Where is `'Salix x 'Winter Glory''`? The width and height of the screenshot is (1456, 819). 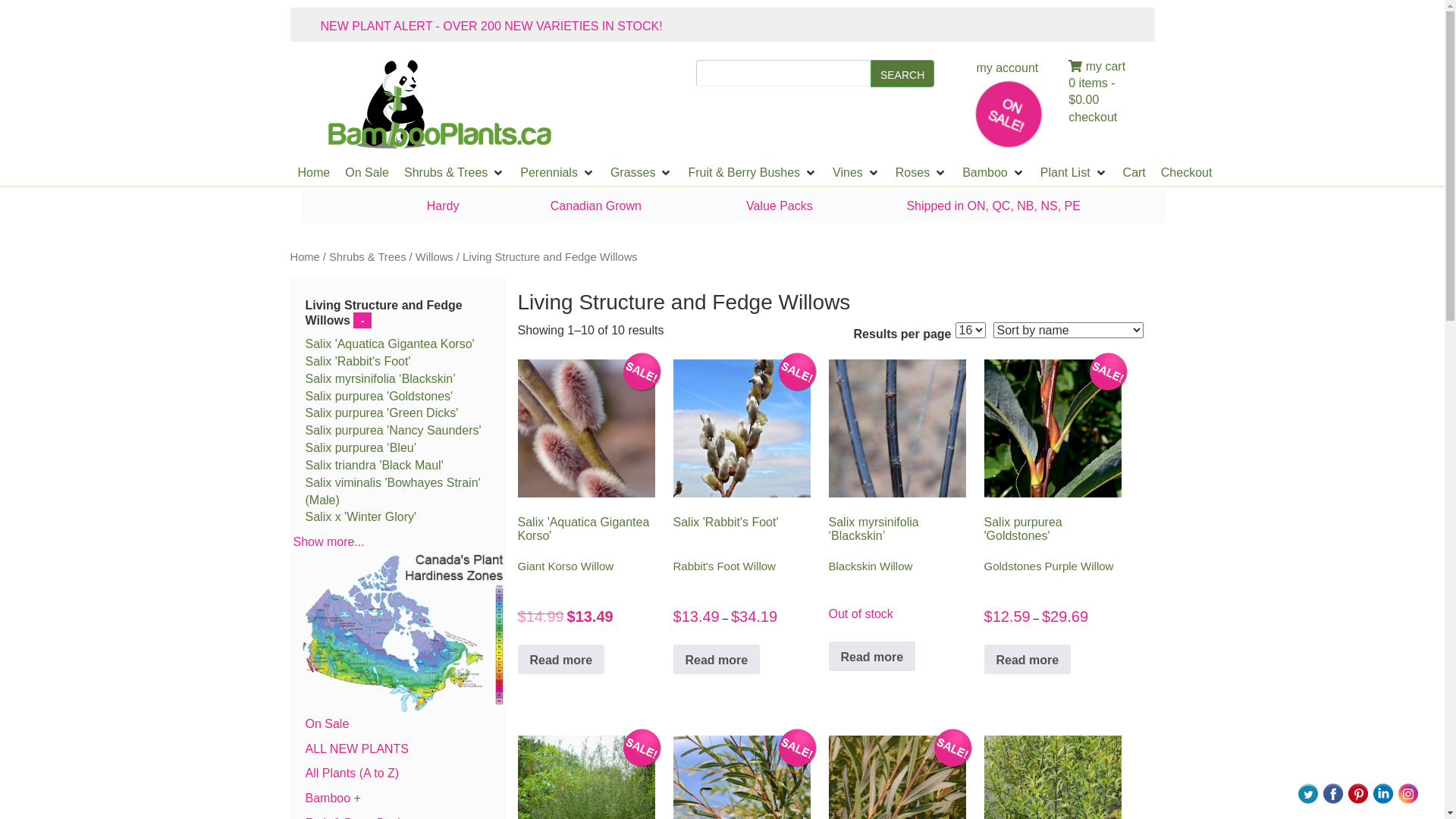 'Salix x 'Winter Glory'' is located at coordinates (359, 516).